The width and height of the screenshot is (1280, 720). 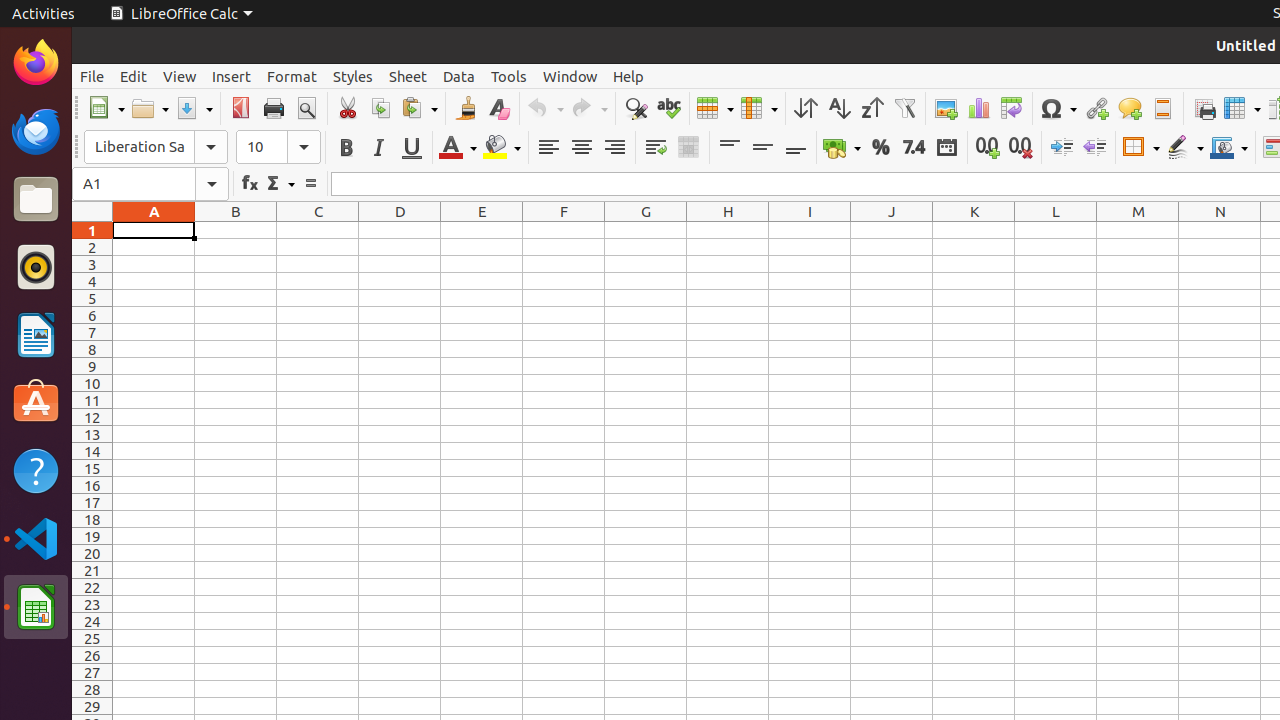 I want to click on 'Edit', so click(x=132, y=75).